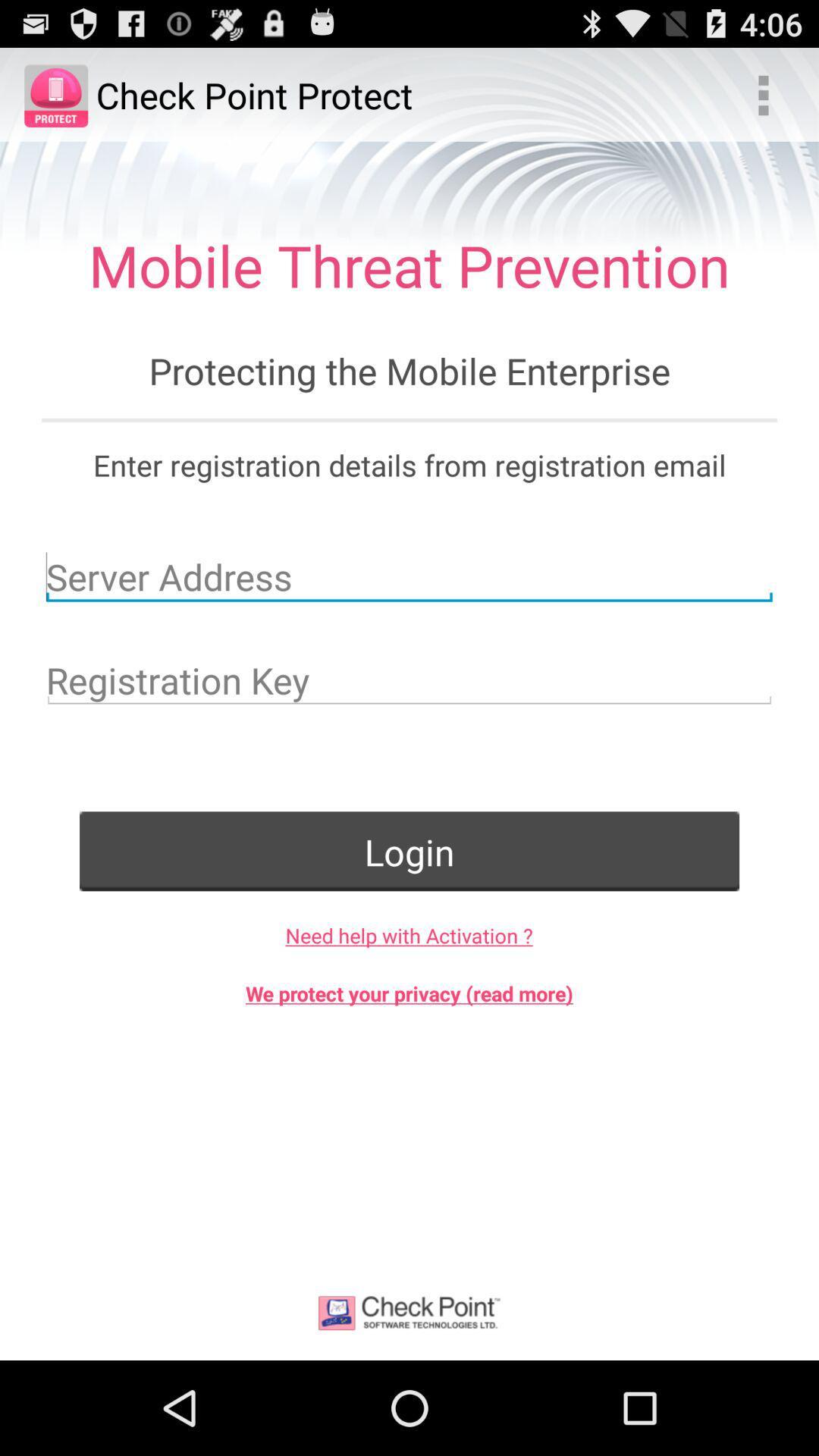 The height and width of the screenshot is (1456, 819). What do you see at coordinates (409, 679) in the screenshot?
I see `key` at bounding box center [409, 679].